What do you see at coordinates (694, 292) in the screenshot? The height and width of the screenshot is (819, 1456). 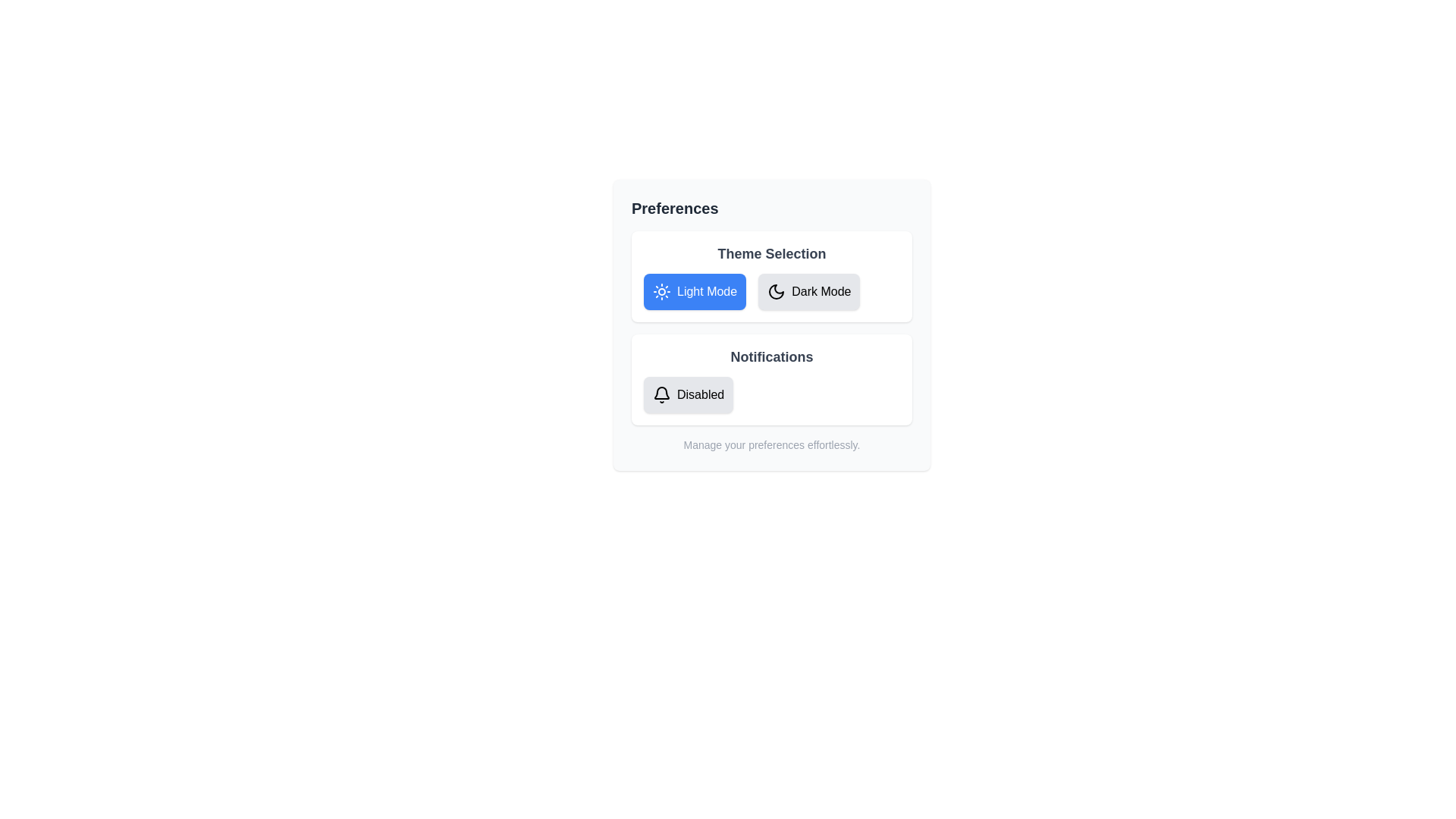 I see `the 'Light Mode' button, which is a rectangular button with rounded corners, blue background, and white text, located` at bounding box center [694, 292].